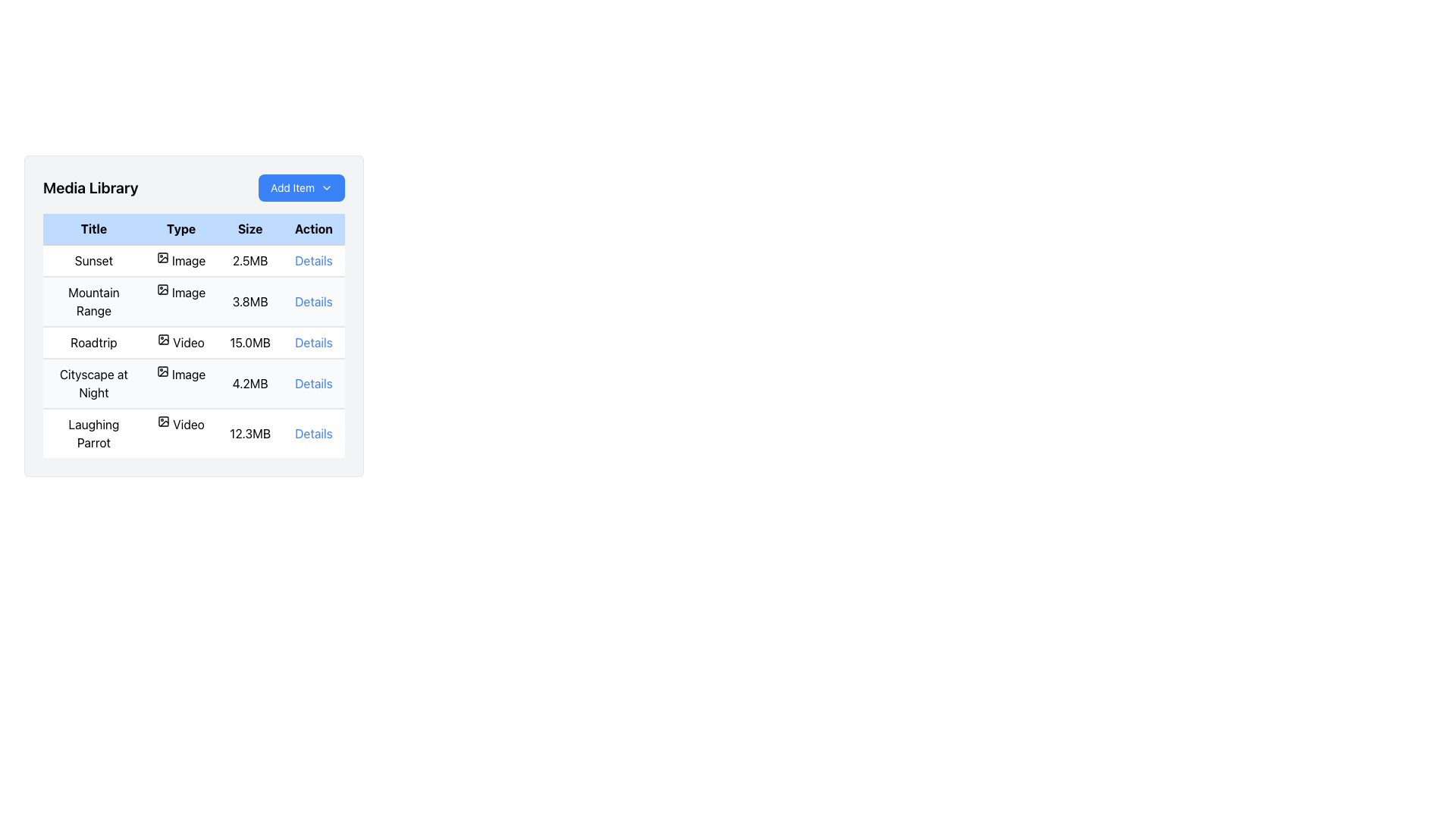 This screenshot has width=1456, height=819. What do you see at coordinates (164, 421) in the screenshot?
I see `the media icon representing the video file type in the 'Laughing Parrot' row of the Media Library table` at bounding box center [164, 421].